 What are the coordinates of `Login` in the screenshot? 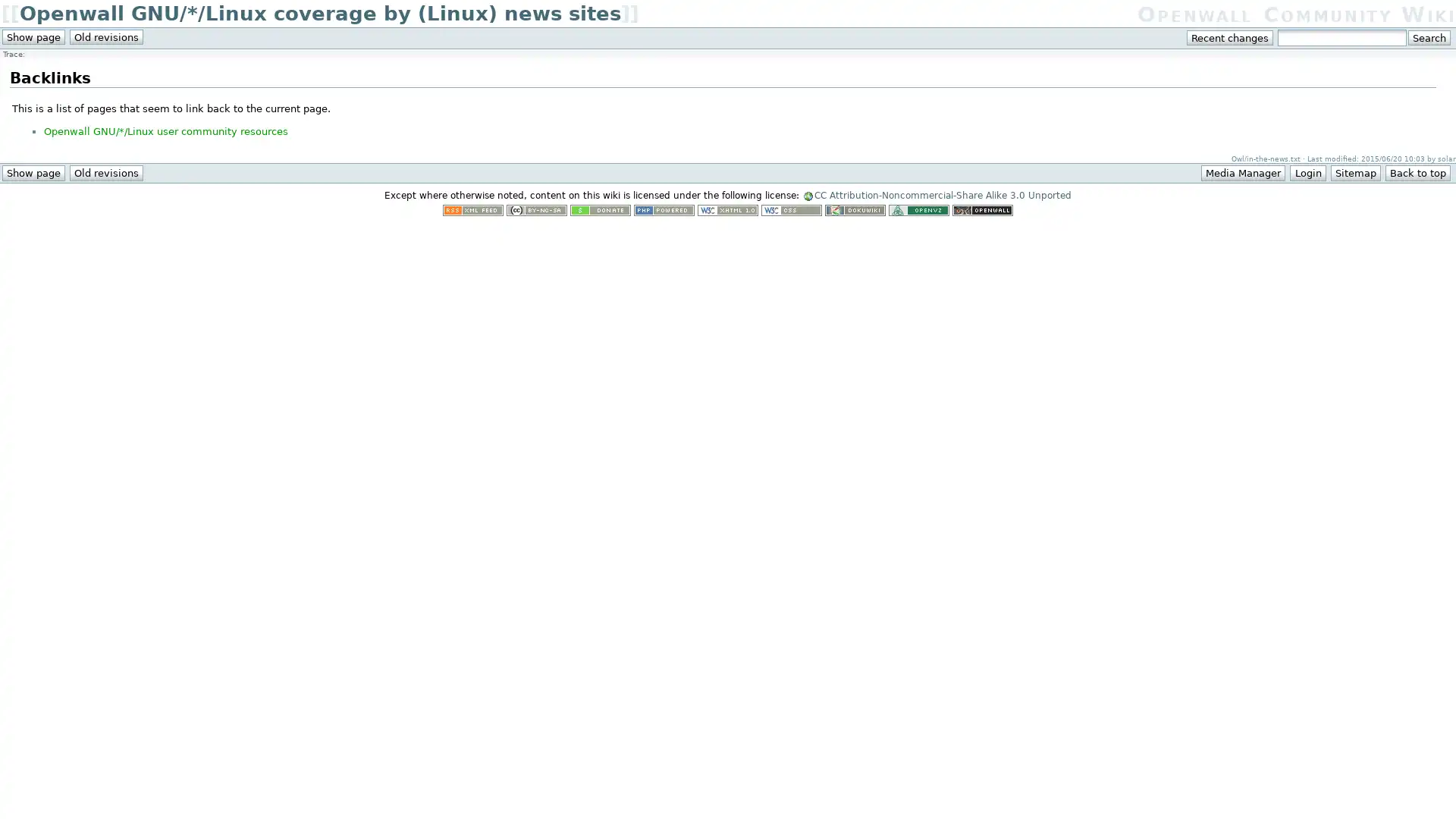 It's located at (1307, 171).